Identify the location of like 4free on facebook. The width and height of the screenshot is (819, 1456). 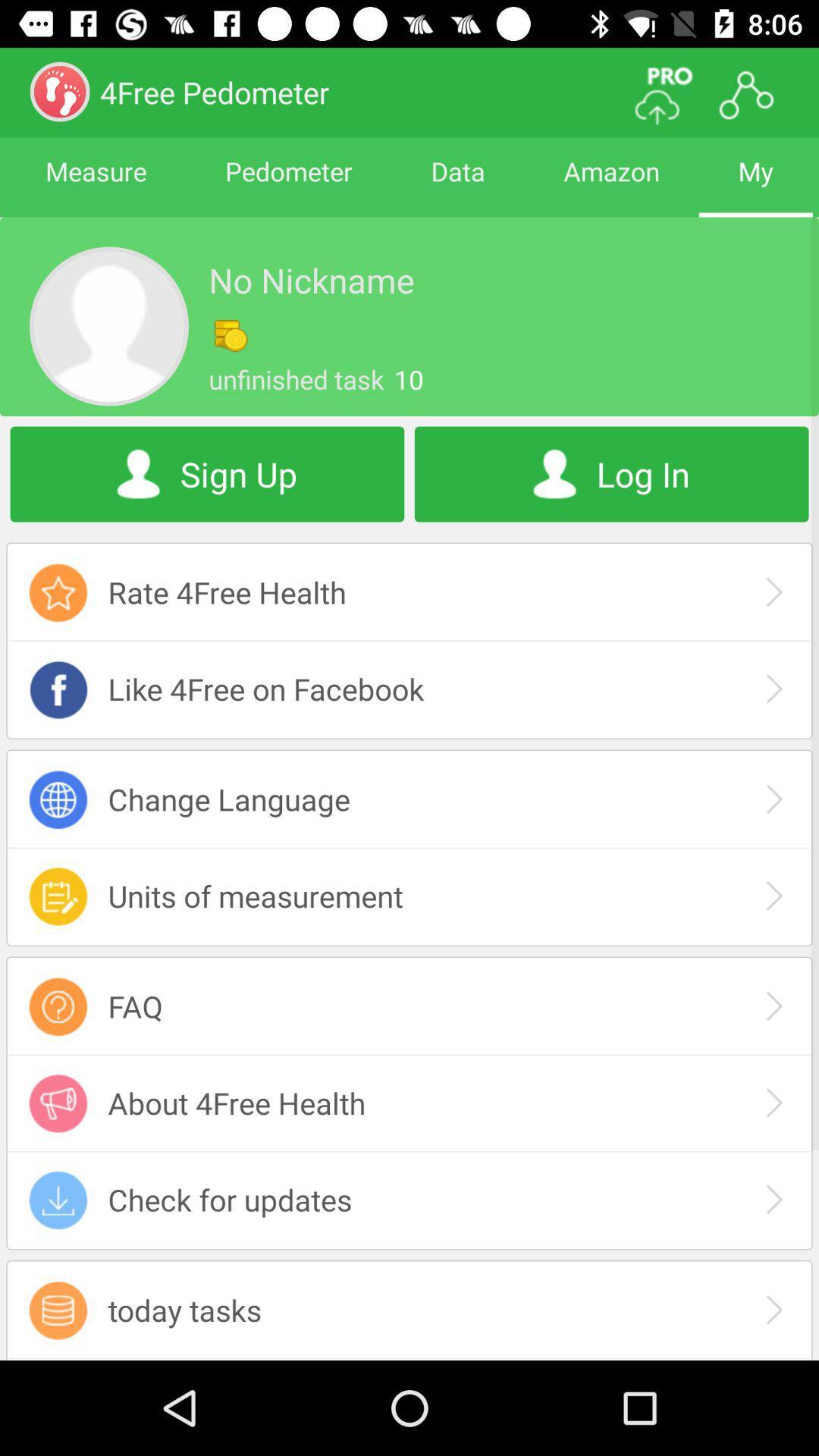
(409, 688).